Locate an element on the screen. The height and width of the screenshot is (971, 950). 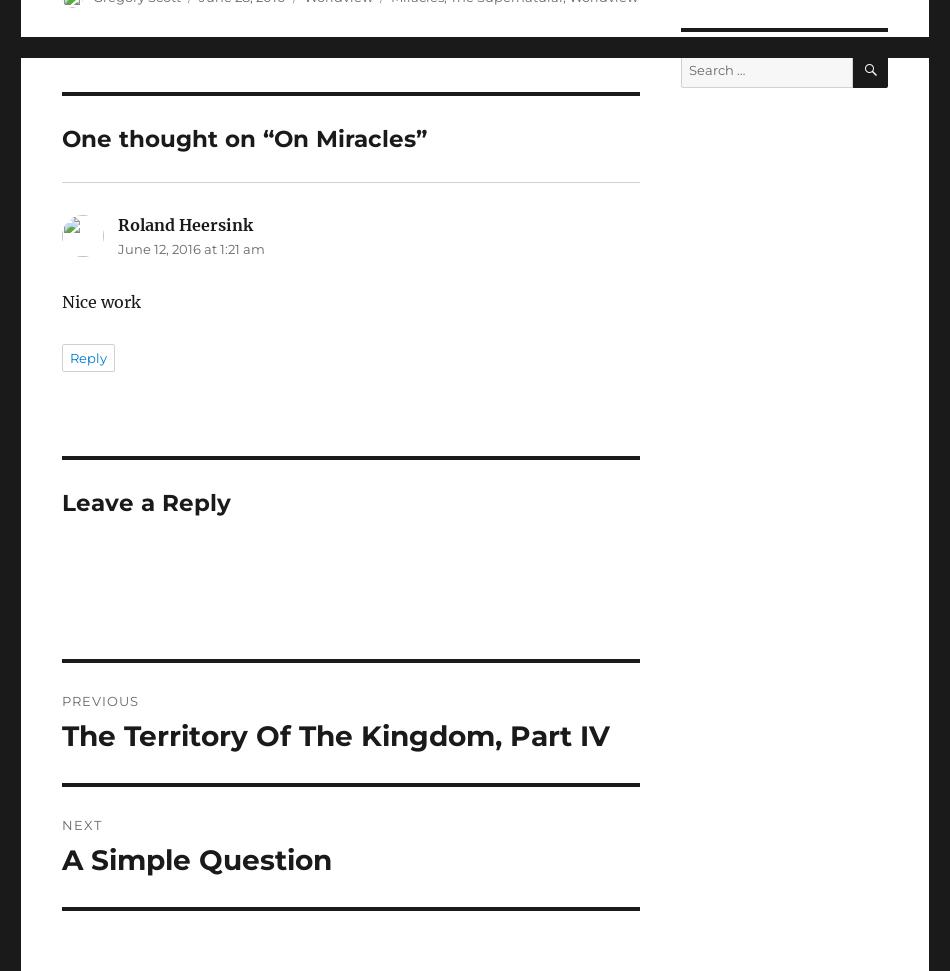
'One thought on “On Miracles”' is located at coordinates (243, 139).